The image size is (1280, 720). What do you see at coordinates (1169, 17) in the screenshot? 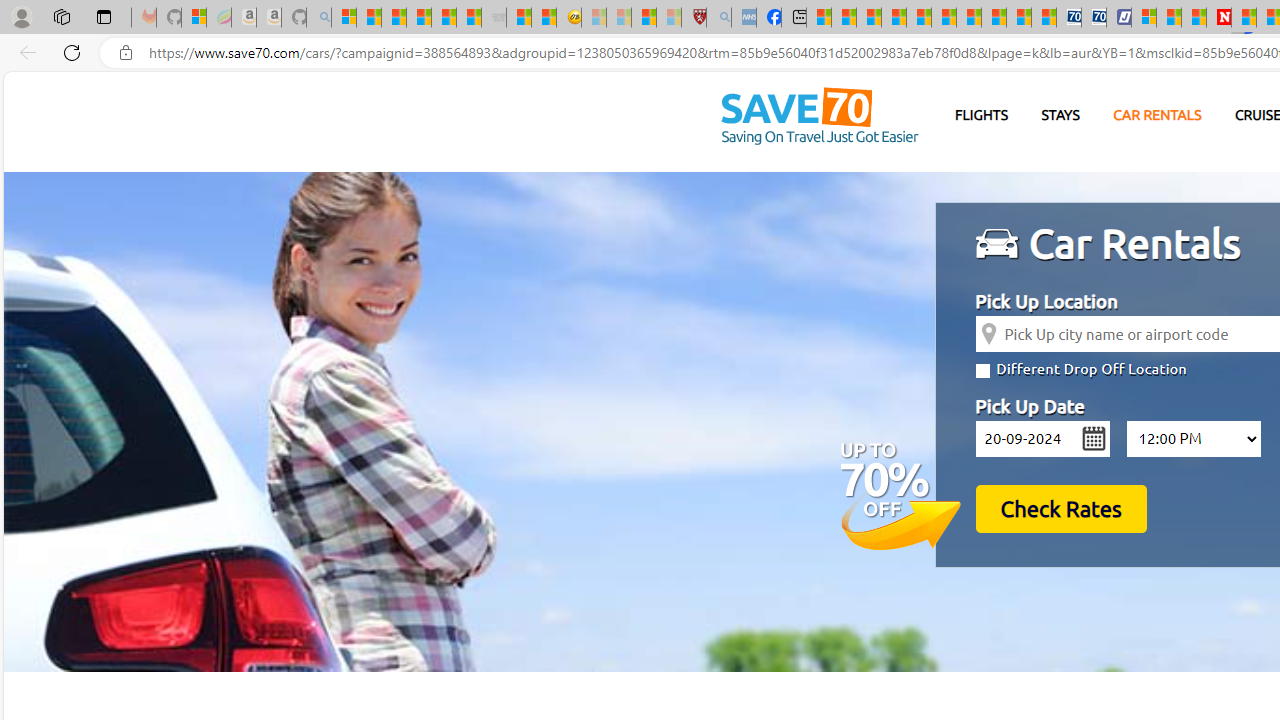
I see `'Microsoft Start'` at bounding box center [1169, 17].